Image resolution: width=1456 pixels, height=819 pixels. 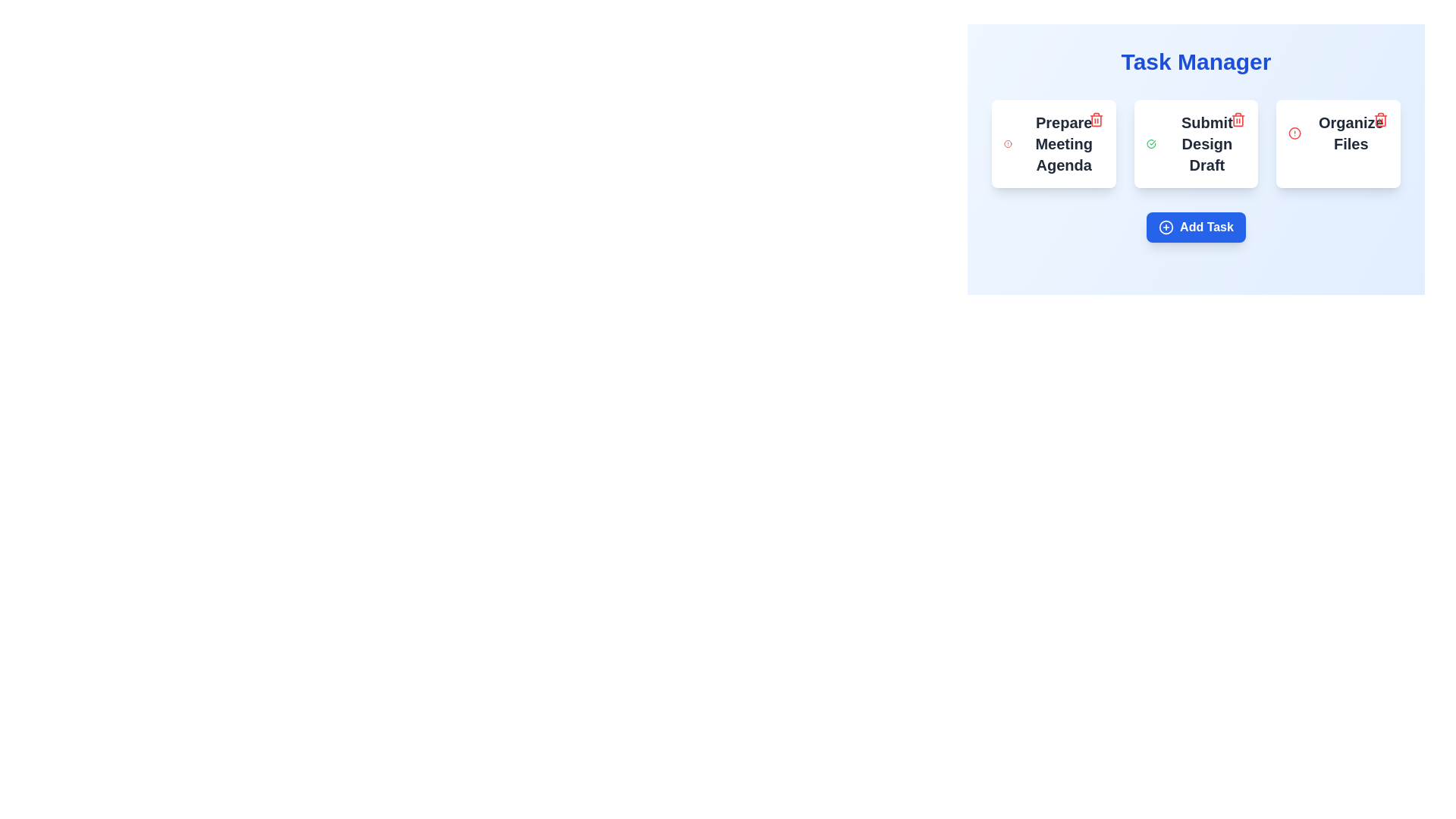 What do you see at coordinates (1063, 143) in the screenshot?
I see `text of the large, bold heading that says 'Prepare Meeting Agenda', which is located in the upper left corner of the leftmost task card within the 'Task Manager' section` at bounding box center [1063, 143].